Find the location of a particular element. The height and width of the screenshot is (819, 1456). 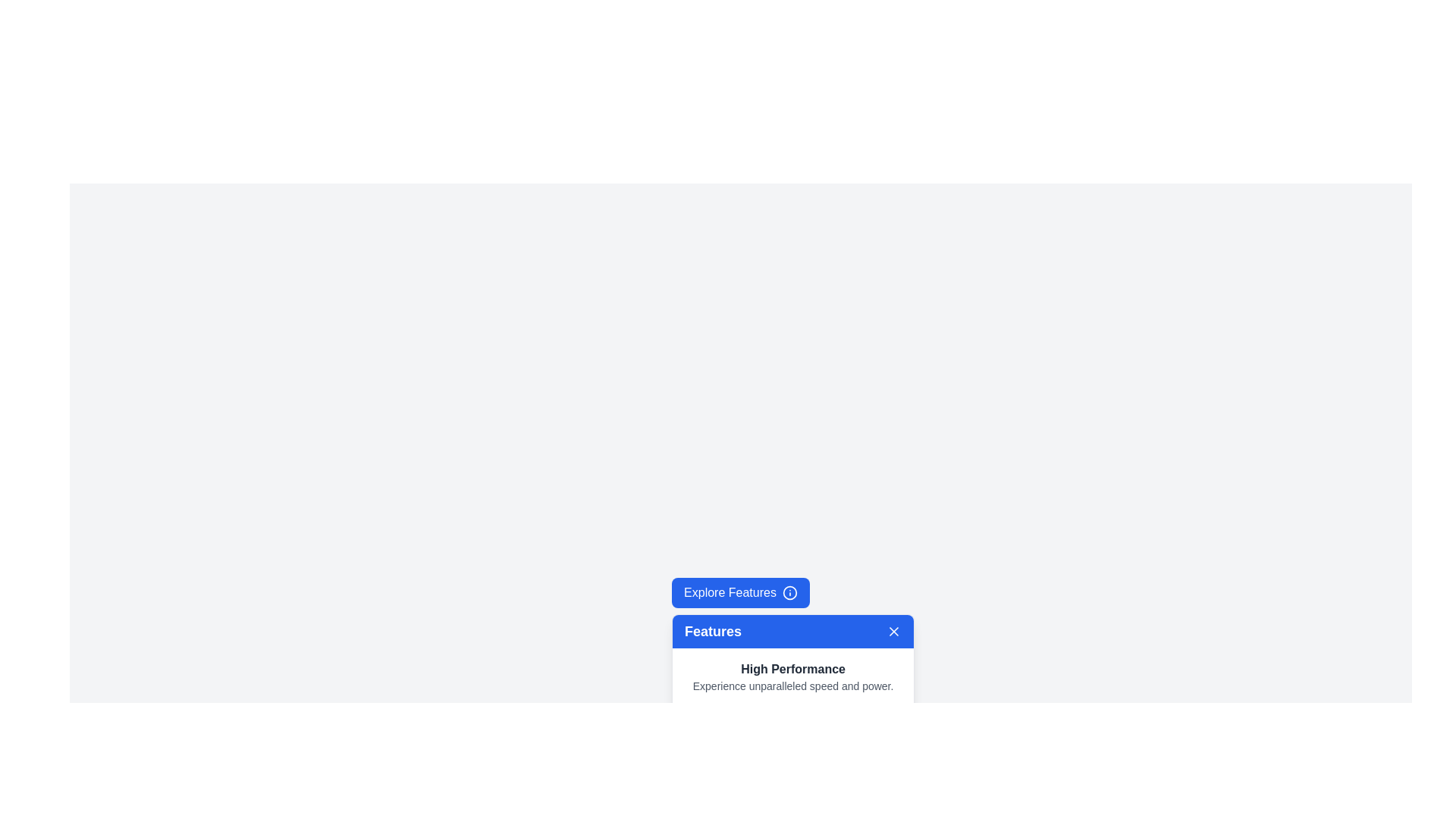

the close (X) button located in the top-right corner of the 'Features' section is located at coordinates (894, 632).